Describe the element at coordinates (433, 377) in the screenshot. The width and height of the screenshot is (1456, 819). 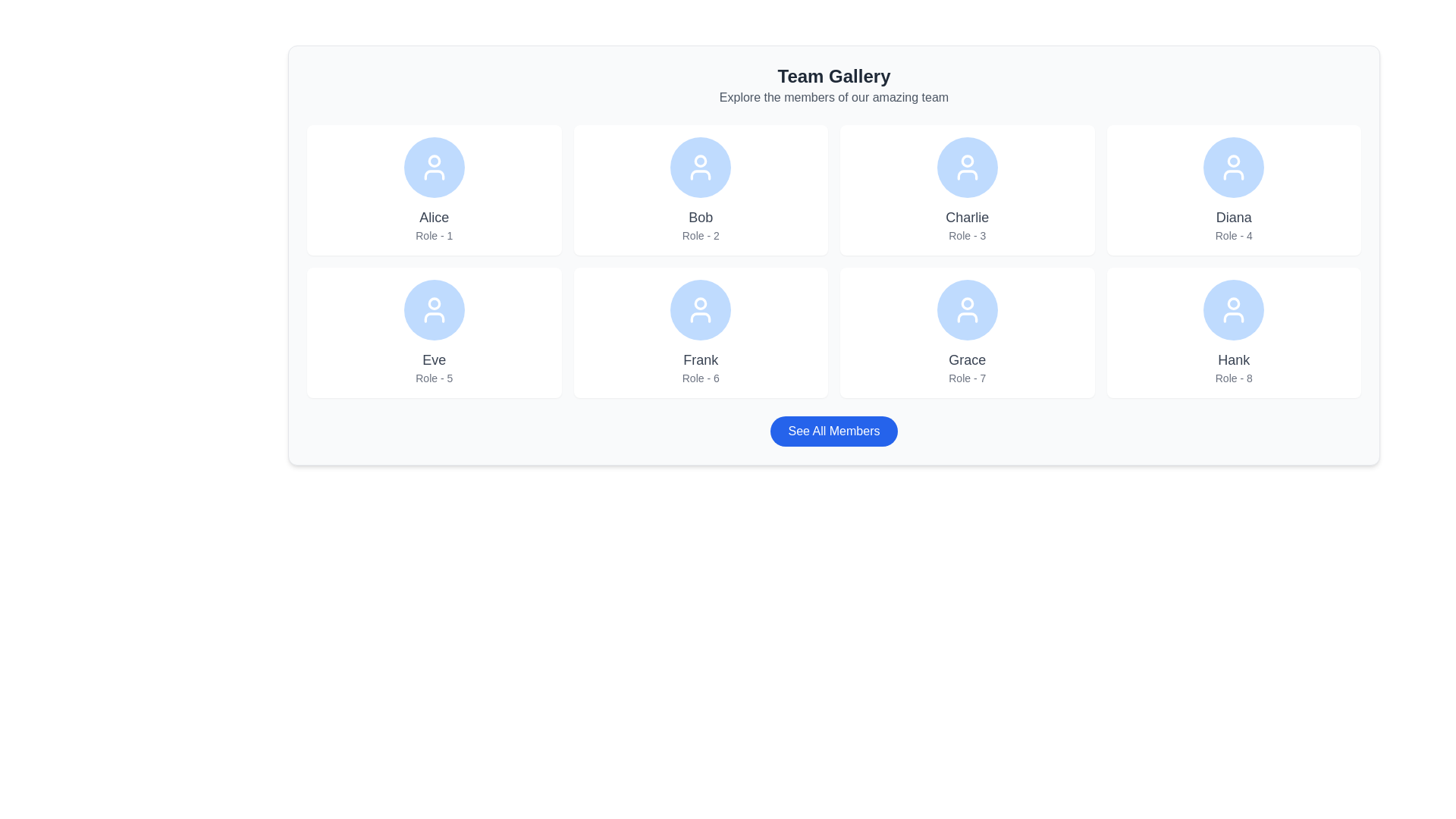
I see `the text label displaying 'Role - 5'` at that location.